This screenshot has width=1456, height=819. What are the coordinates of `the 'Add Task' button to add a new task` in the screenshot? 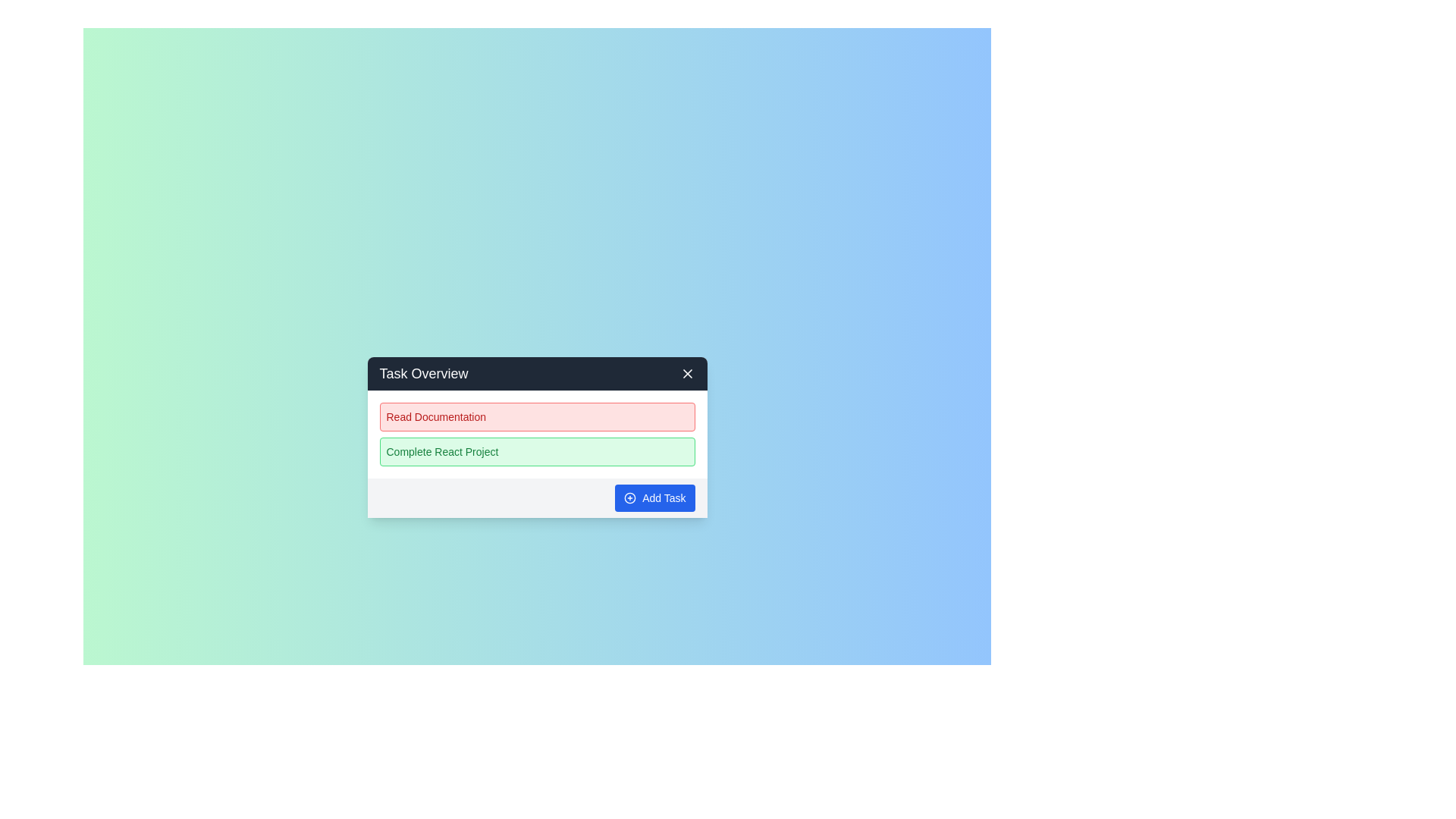 It's located at (654, 497).